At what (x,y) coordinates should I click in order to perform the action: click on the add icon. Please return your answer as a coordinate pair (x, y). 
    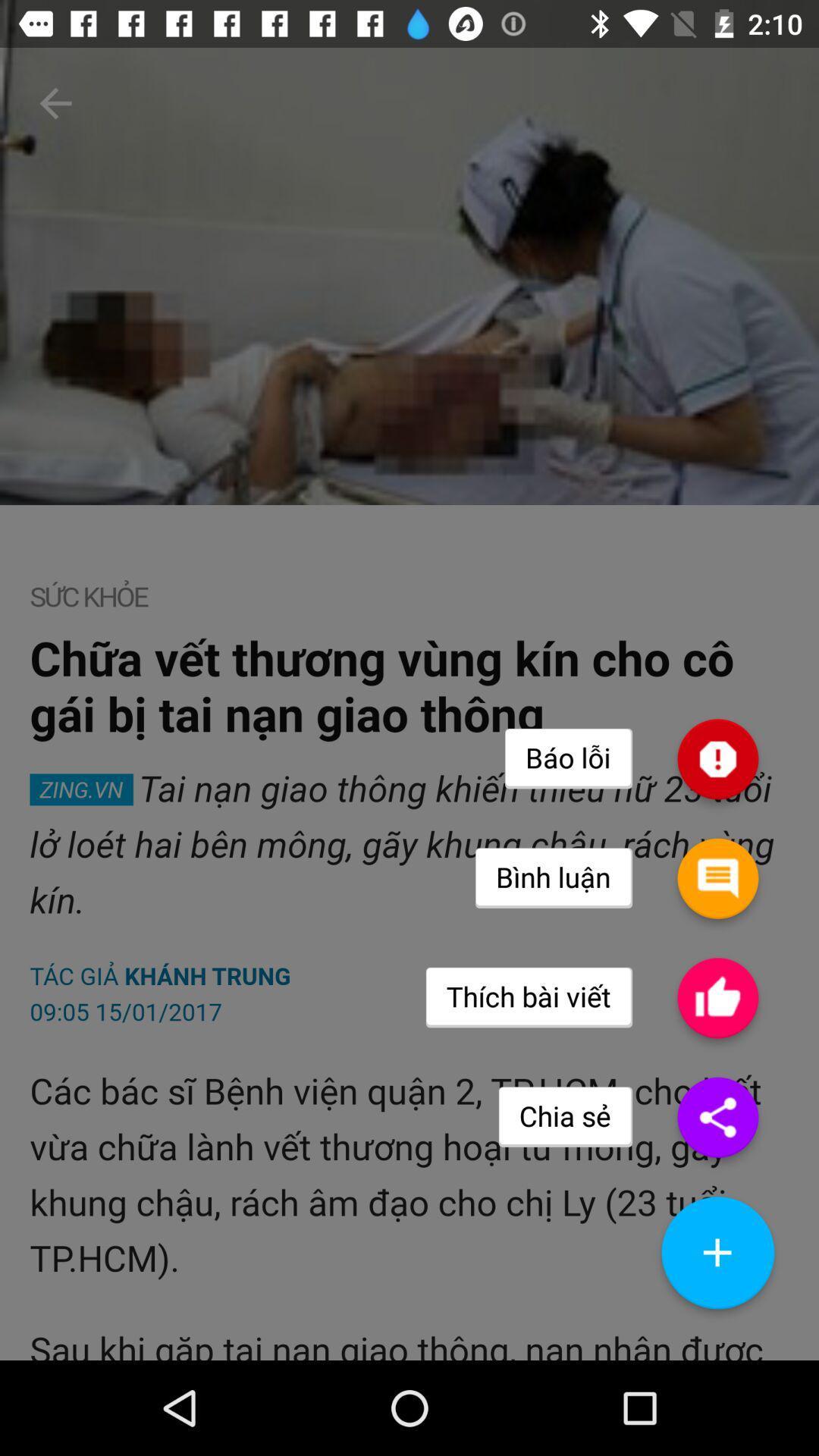
    Looking at the image, I should click on (717, 1347).